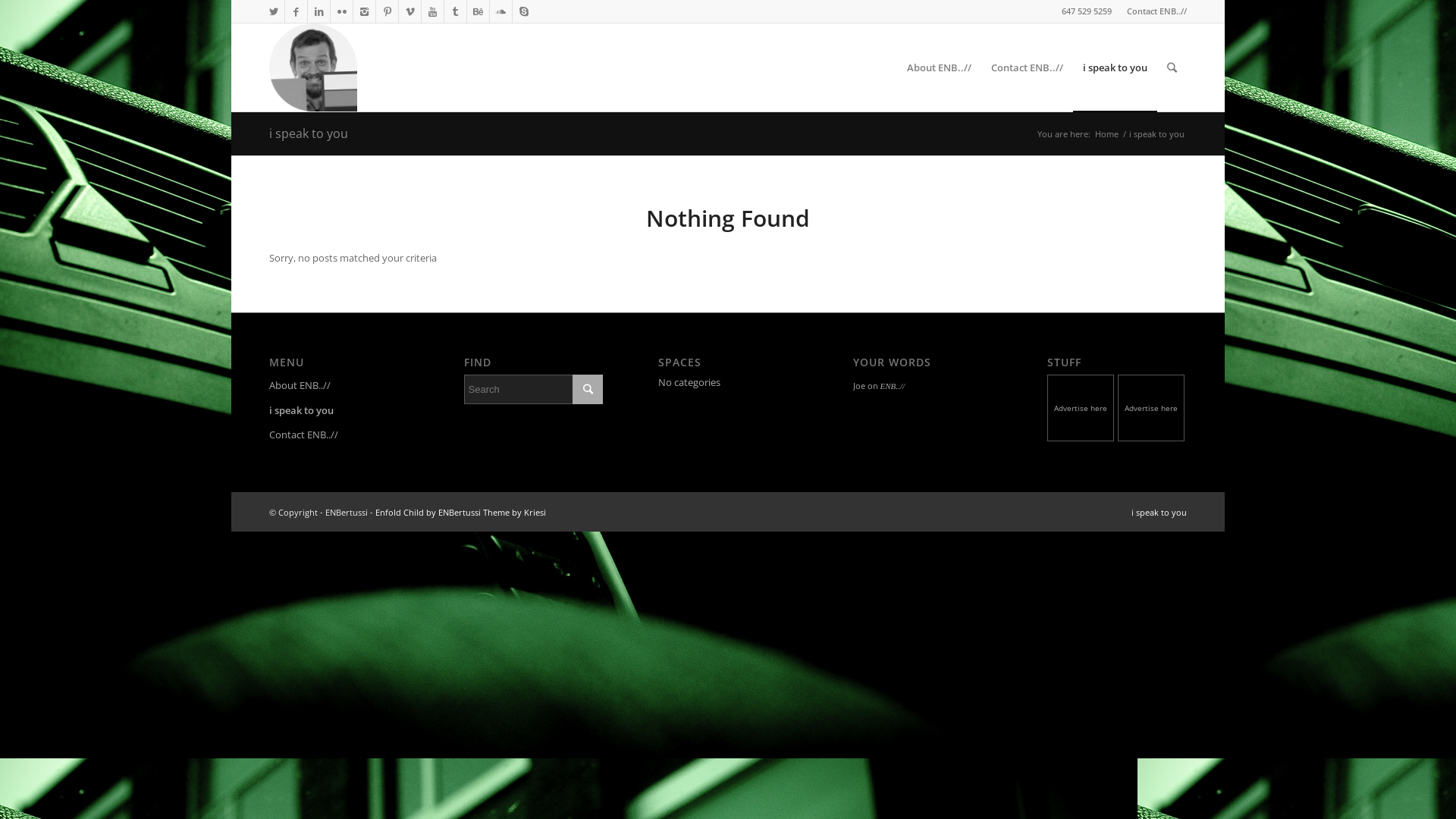 This screenshot has width=1456, height=819. Describe the element at coordinates (296, 11) in the screenshot. I see `'Facebook'` at that location.